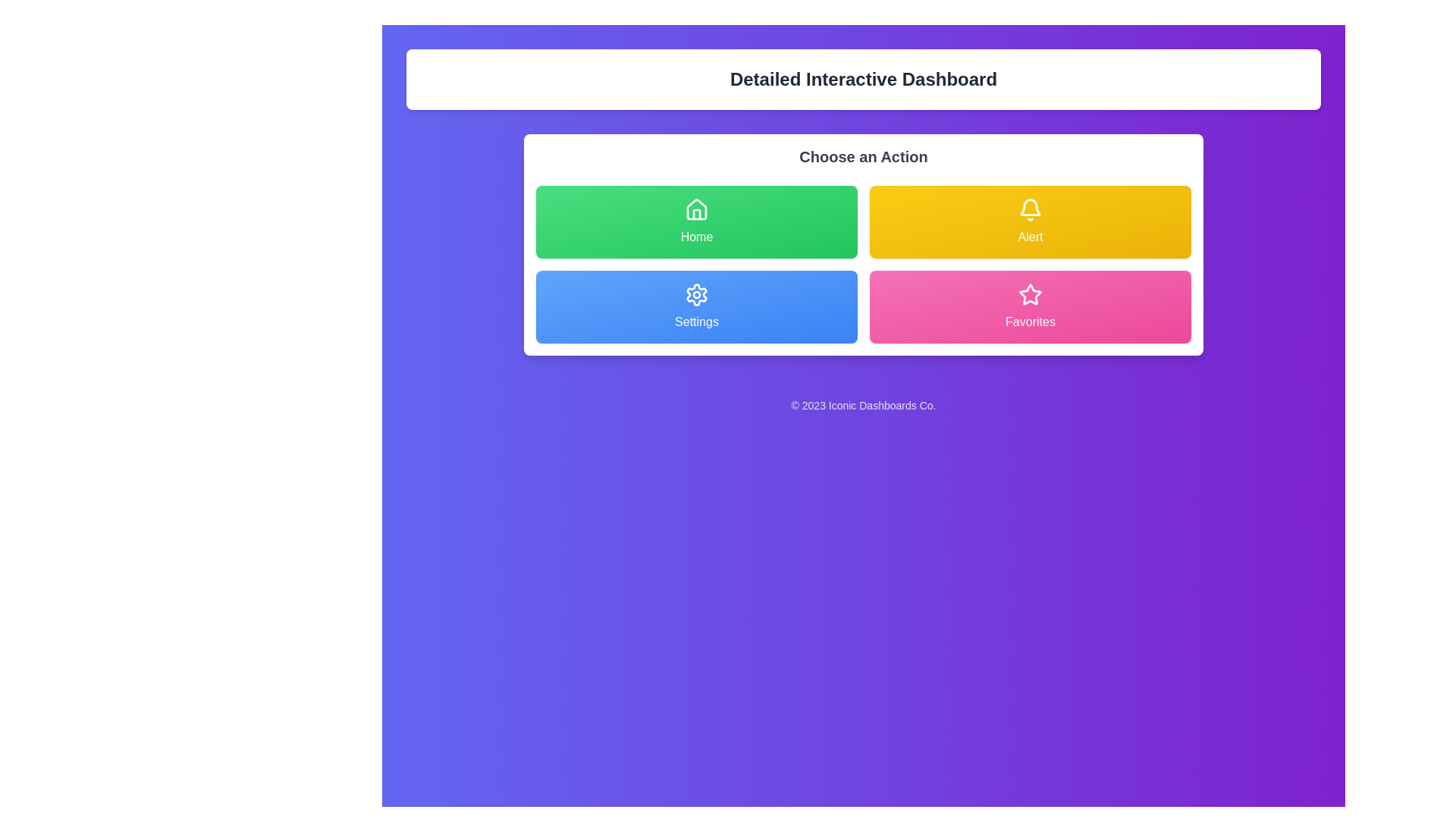  I want to click on the 'Favorites' button located at the bottom-right of the primary action buttons in the interactive dashboard, so click(1030, 294).